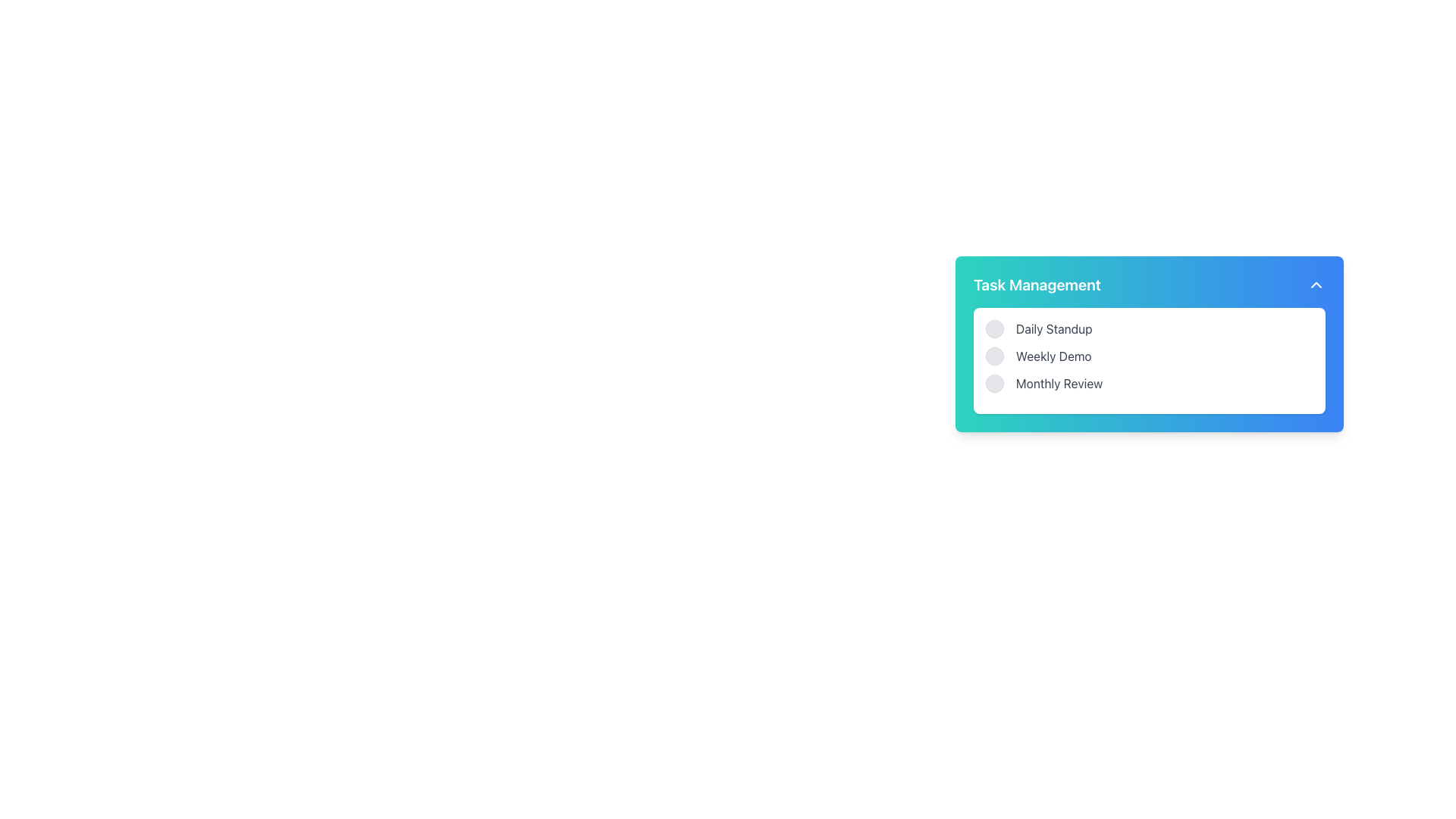  Describe the element at coordinates (994, 328) in the screenshot. I see `the circular button located at the top of the 'Task Management' card` at that location.